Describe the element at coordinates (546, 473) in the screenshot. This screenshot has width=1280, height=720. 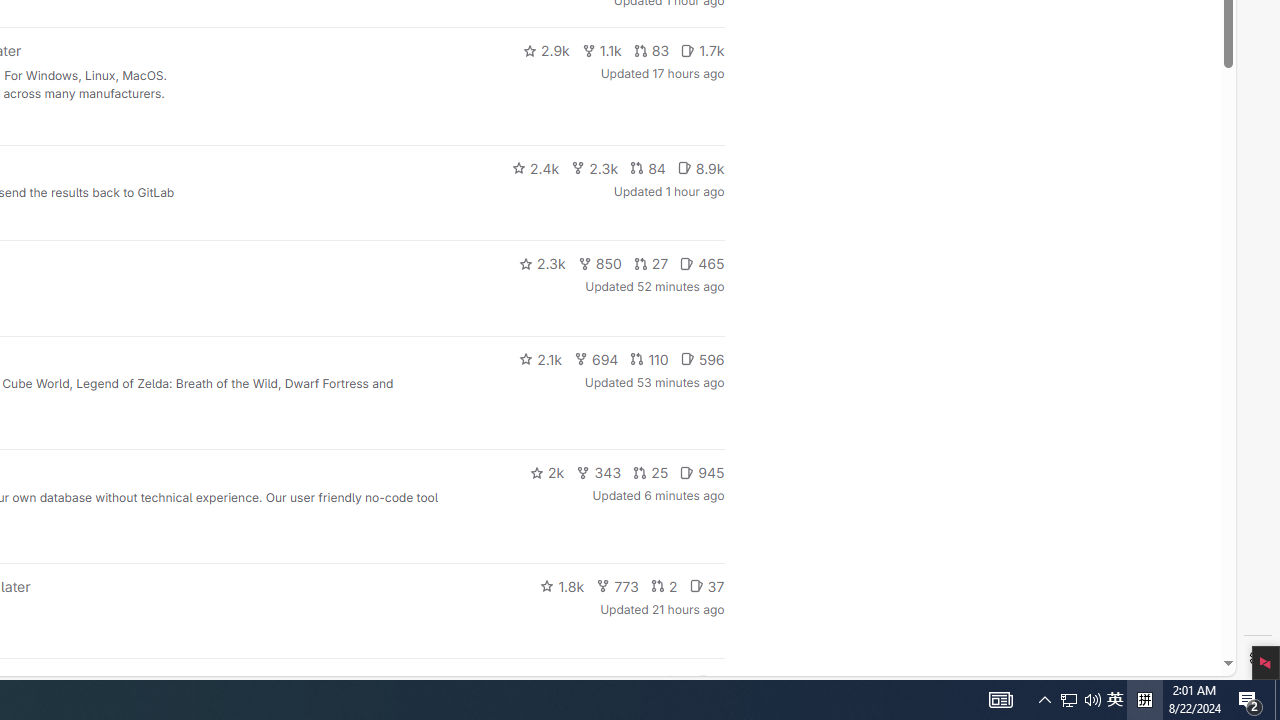
I see `'2k'` at that location.